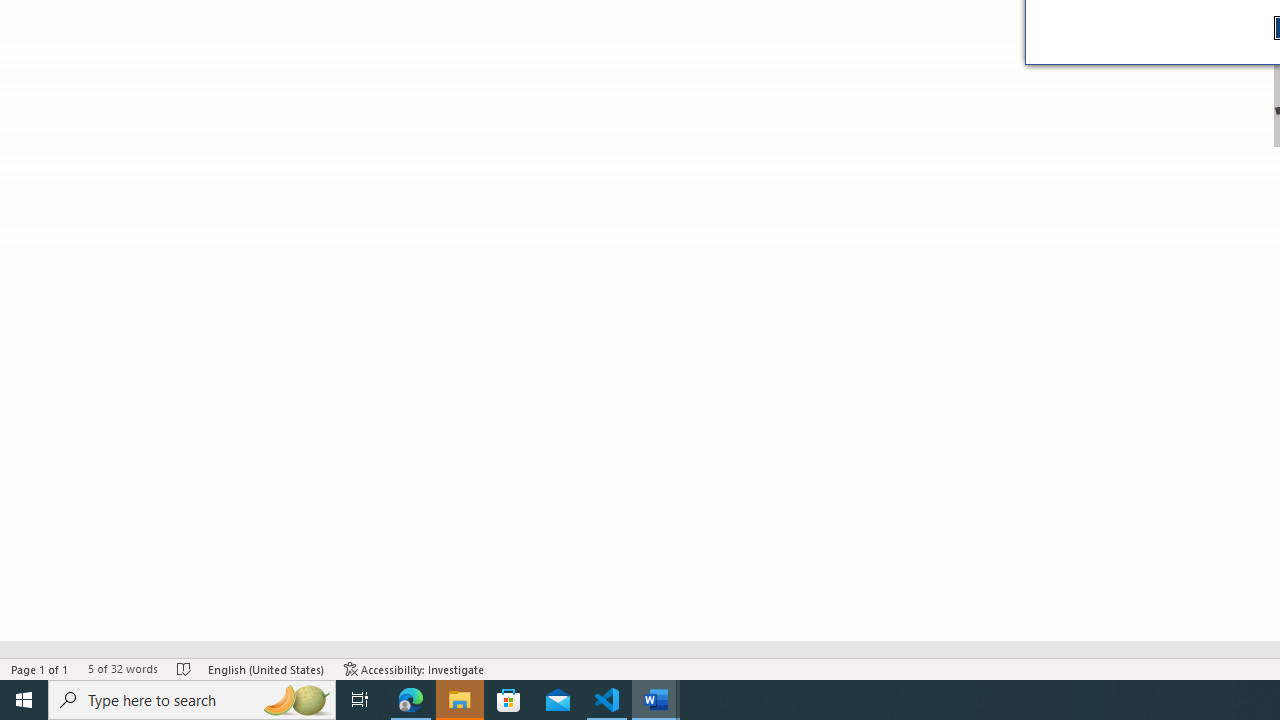 This screenshot has height=720, width=1280. I want to click on 'Type here to search', so click(192, 698).